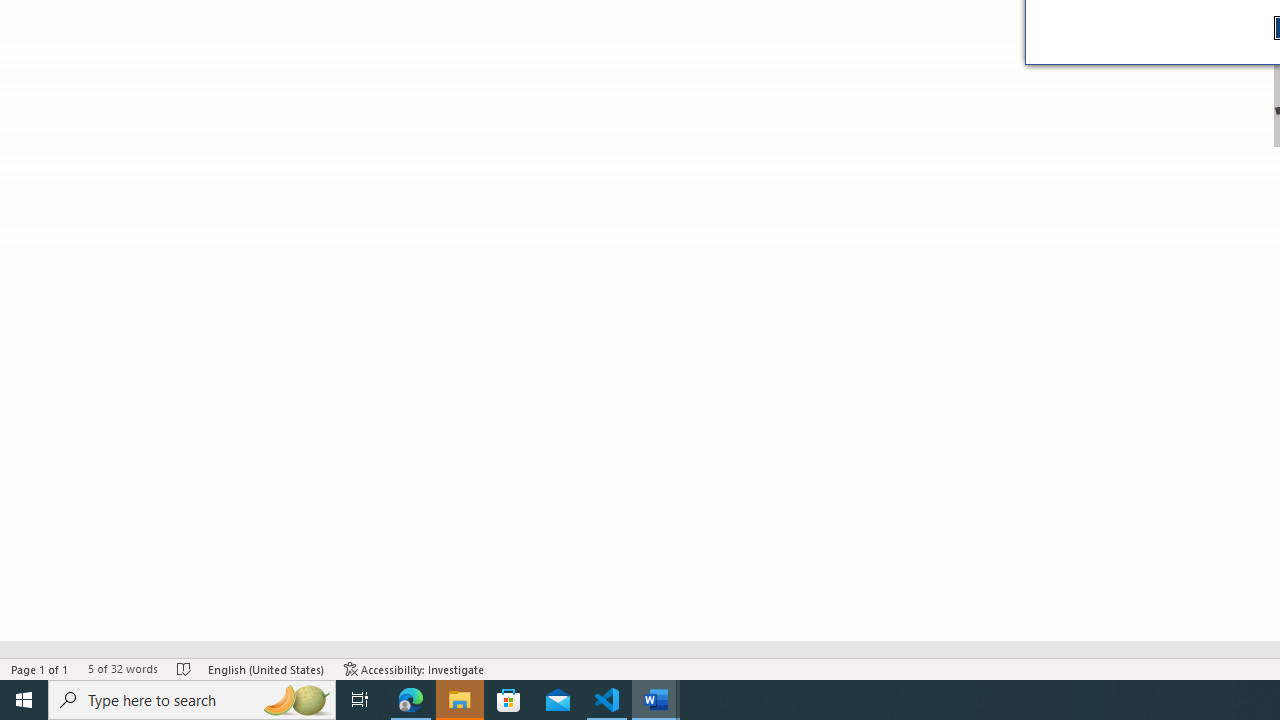 This screenshot has height=720, width=1280. I want to click on 'Type here to search', so click(192, 698).